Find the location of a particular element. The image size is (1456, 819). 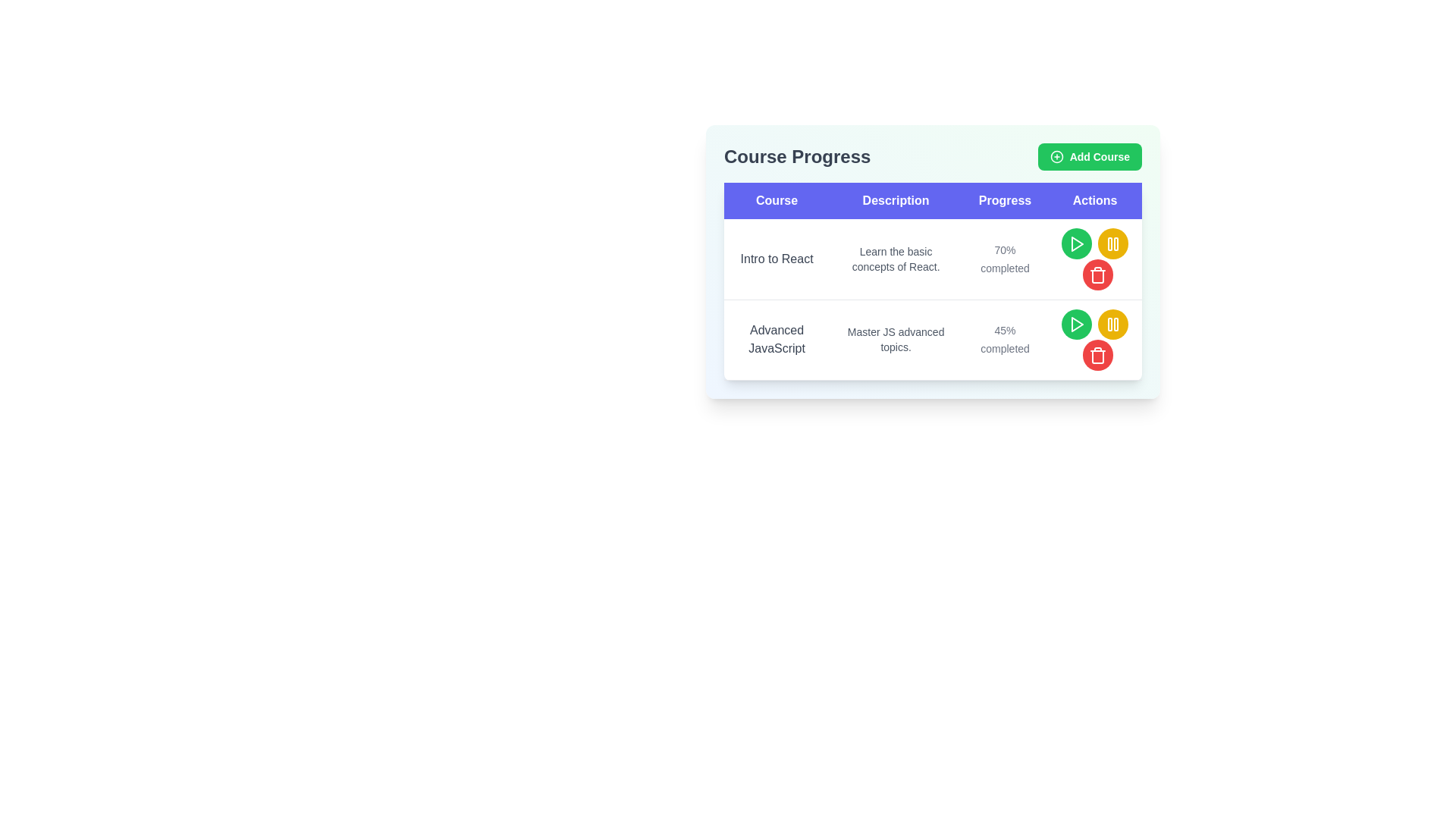

the text label that describes the course 'Intro to React', which is located in the 'Description' column of the first row in the table is located at coordinates (896, 259).